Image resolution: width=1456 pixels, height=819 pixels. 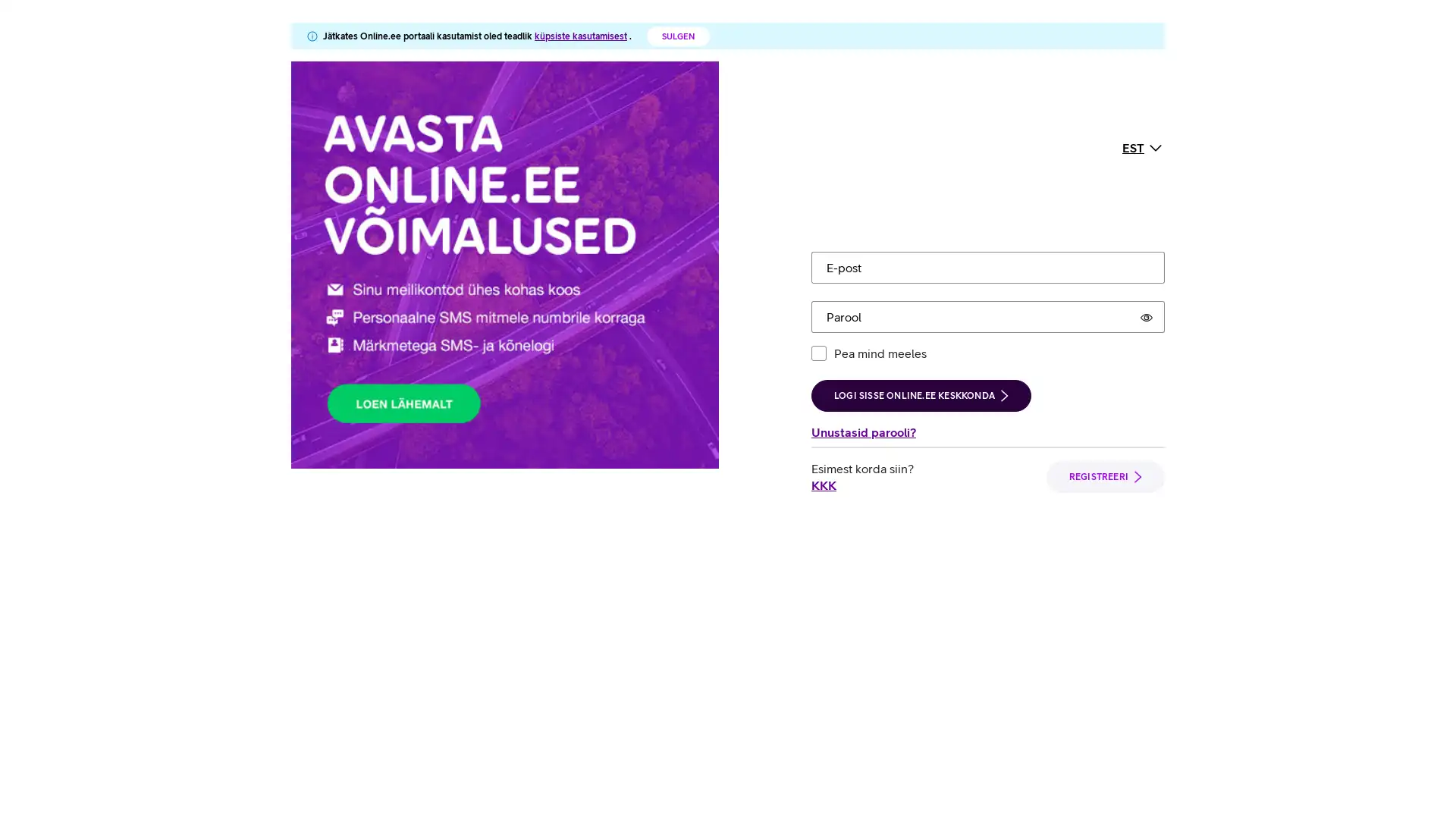 What do you see at coordinates (920, 253) in the screenshot?
I see `LOGI SISSE ONLINE.EE KESKKONDA` at bounding box center [920, 253].